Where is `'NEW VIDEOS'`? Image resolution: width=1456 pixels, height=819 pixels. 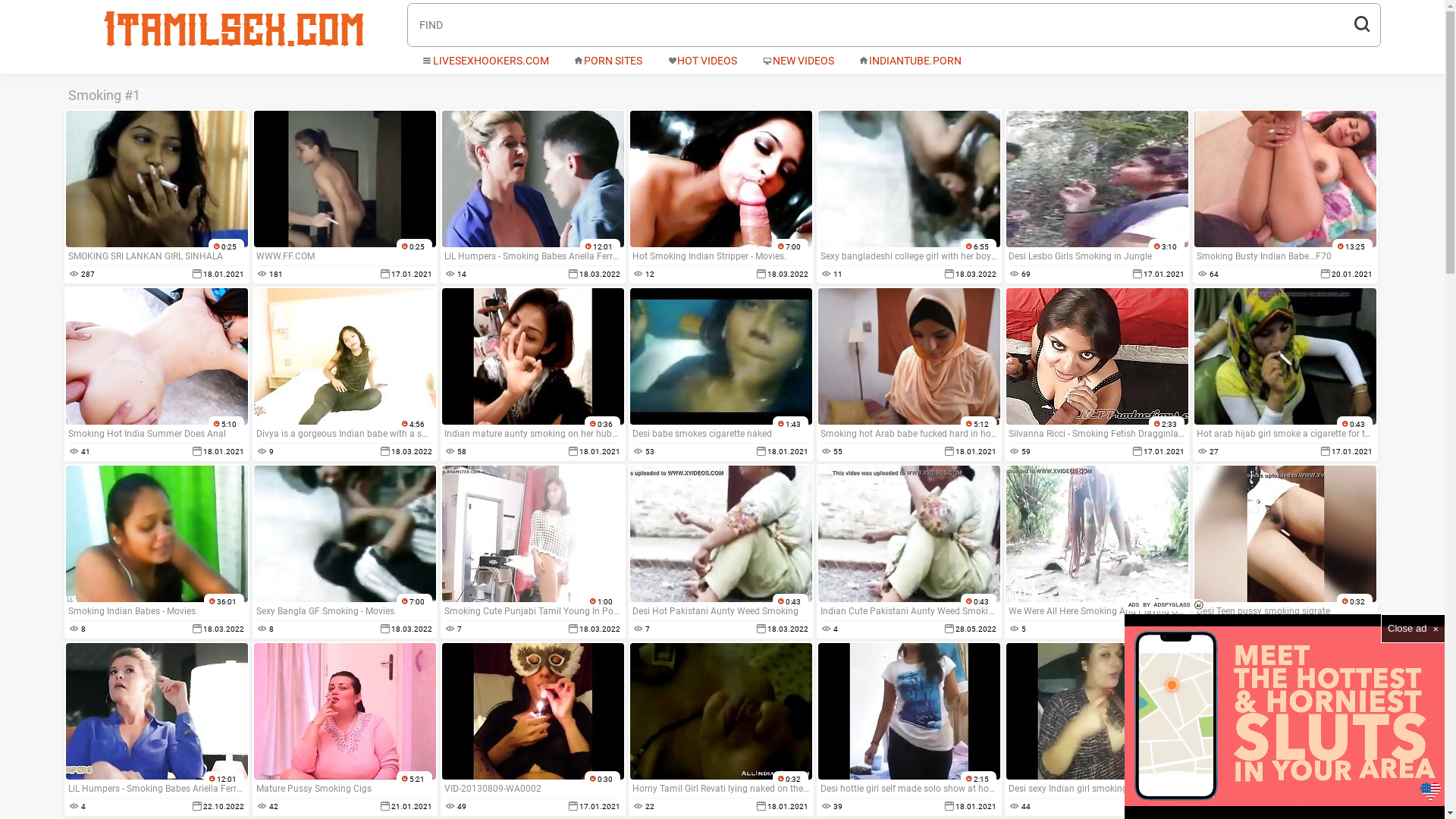
'NEW VIDEOS' is located at coordinates (797, 61).